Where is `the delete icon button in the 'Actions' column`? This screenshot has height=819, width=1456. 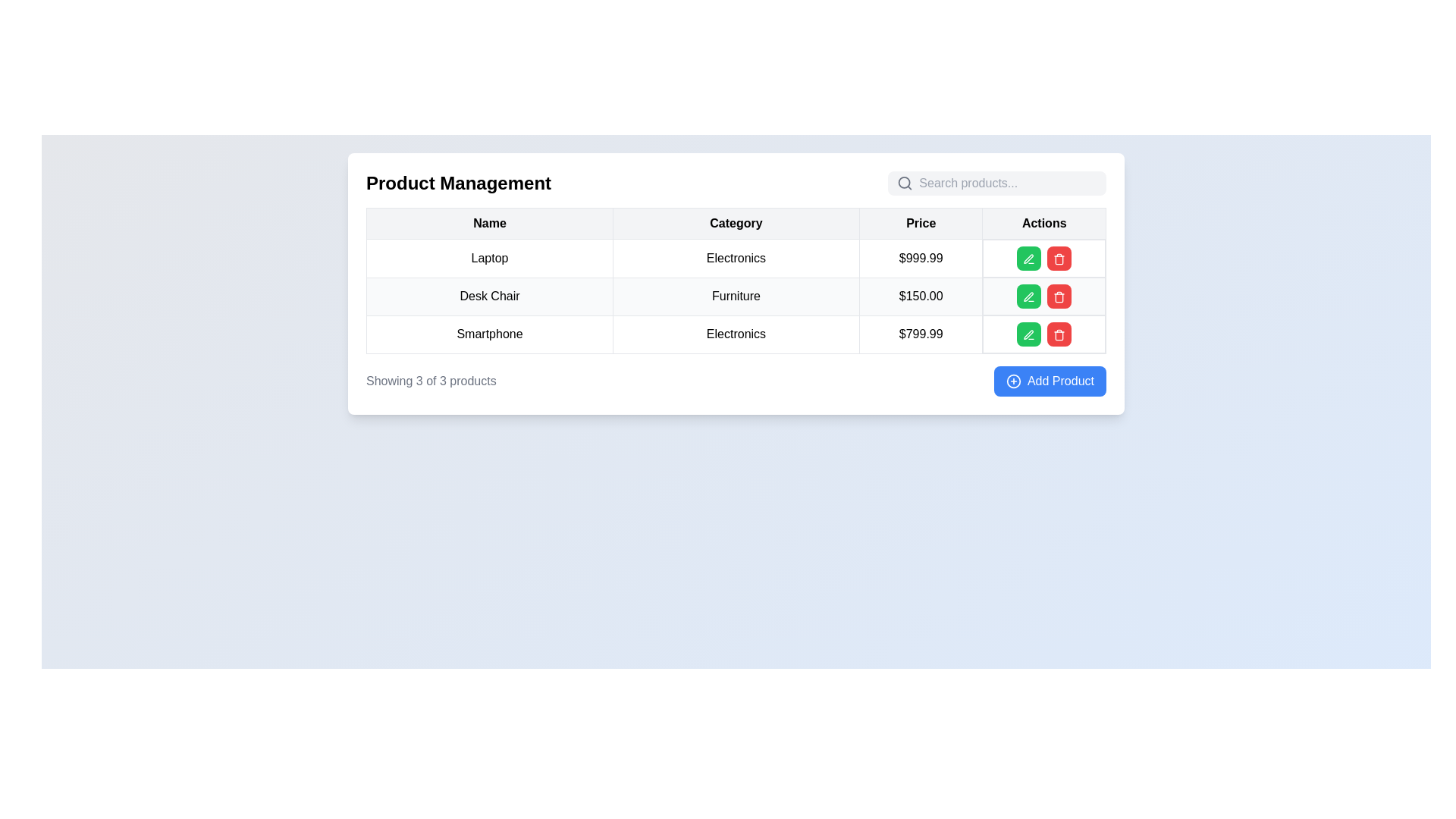
the delete icon button in the 'Actions' column is located at coordinates (1059, 297).